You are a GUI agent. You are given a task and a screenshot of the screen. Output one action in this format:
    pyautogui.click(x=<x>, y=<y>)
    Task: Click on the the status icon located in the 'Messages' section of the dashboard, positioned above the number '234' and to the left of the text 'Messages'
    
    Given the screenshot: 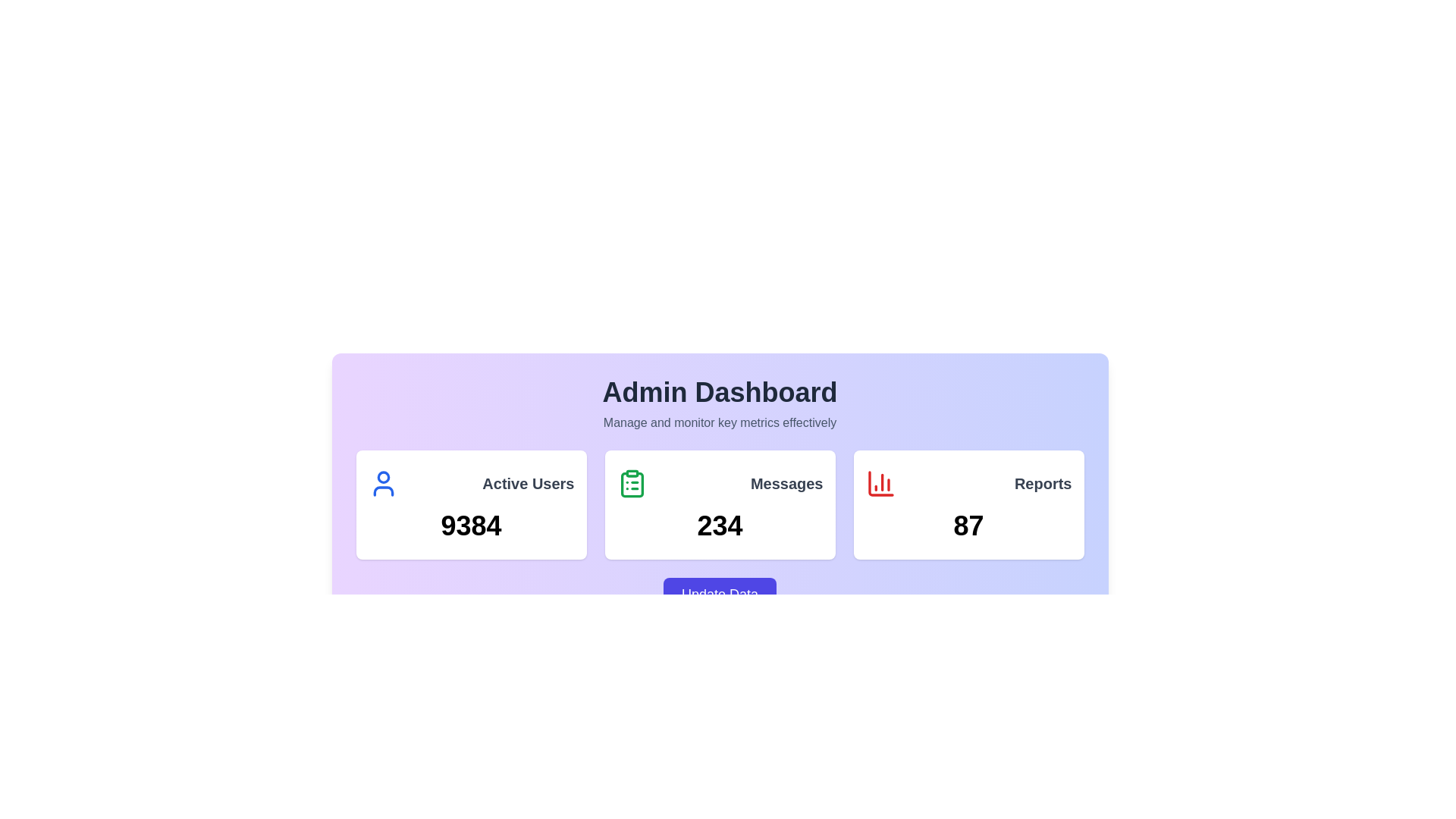 What is the action you would take?
    pyautogui.click(x=632, y=483)
    